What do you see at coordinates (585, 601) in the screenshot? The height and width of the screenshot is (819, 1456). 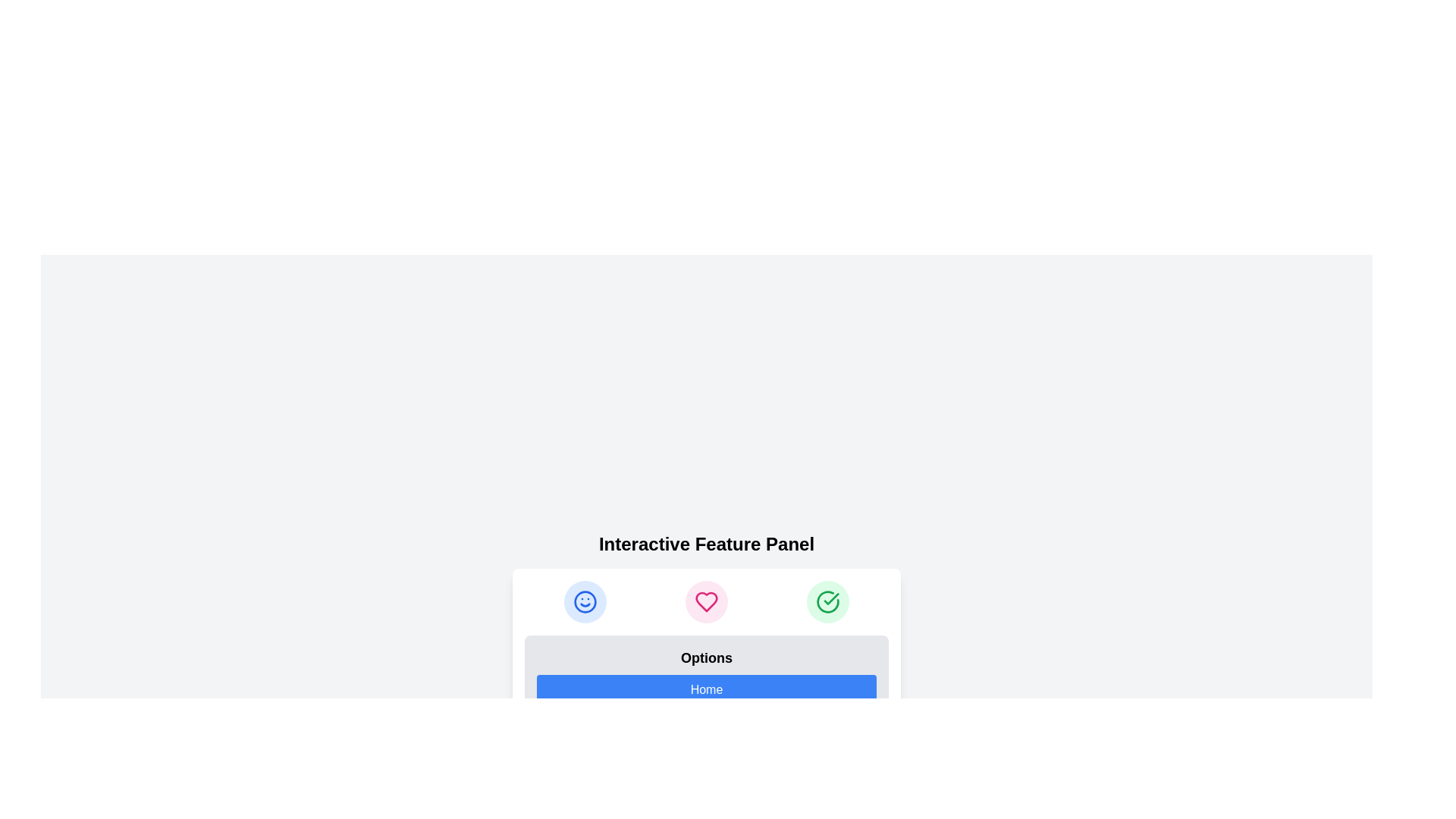 I see `the circular button with a light blue background and a smiling face icon` at bounding box center [585, 601].